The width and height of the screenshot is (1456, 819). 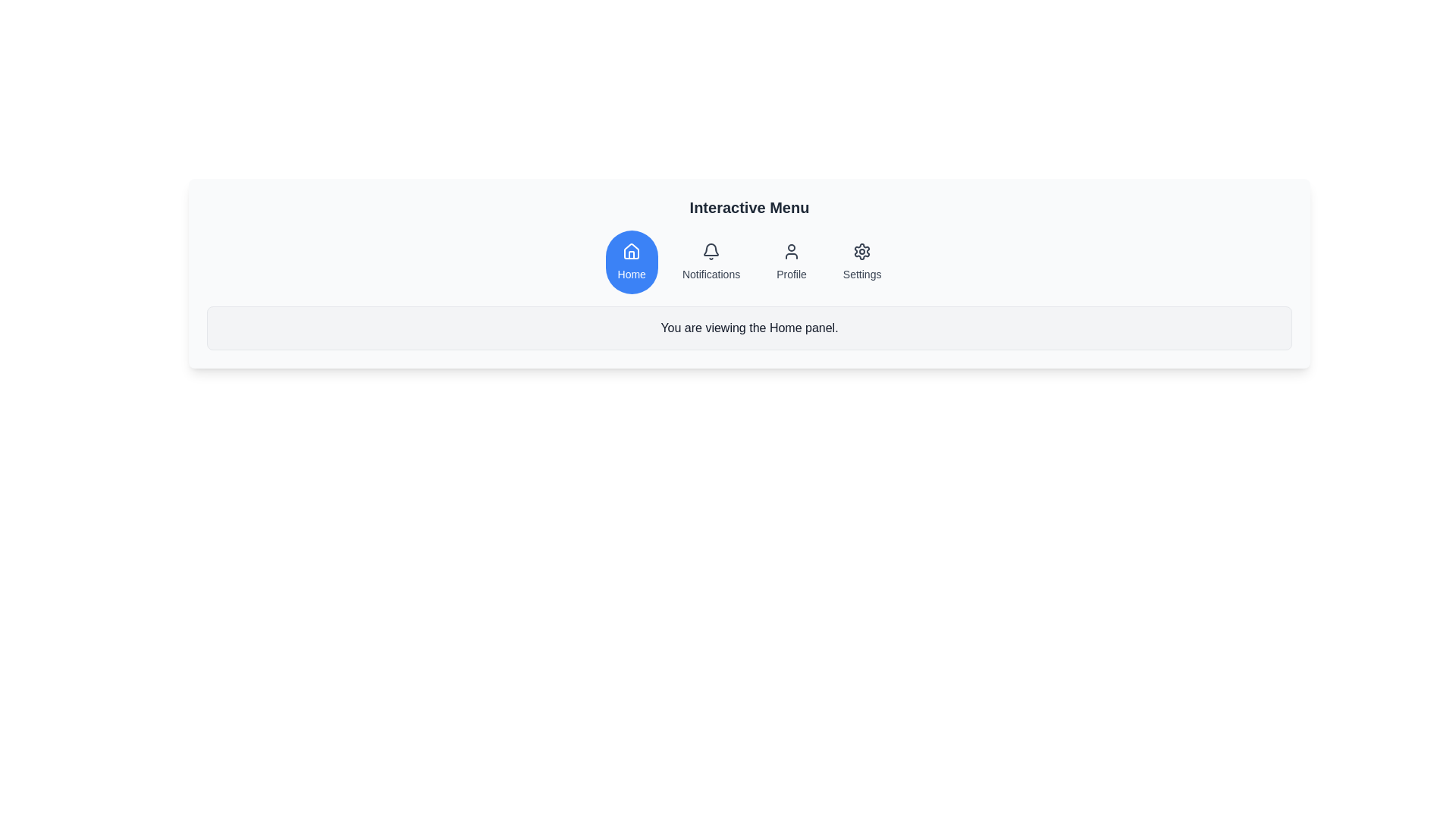 What do you see at coordinates (791, 250) in the screenshot?
I see `the Profile icon in the menu bar` at bounding box center [791, 250].